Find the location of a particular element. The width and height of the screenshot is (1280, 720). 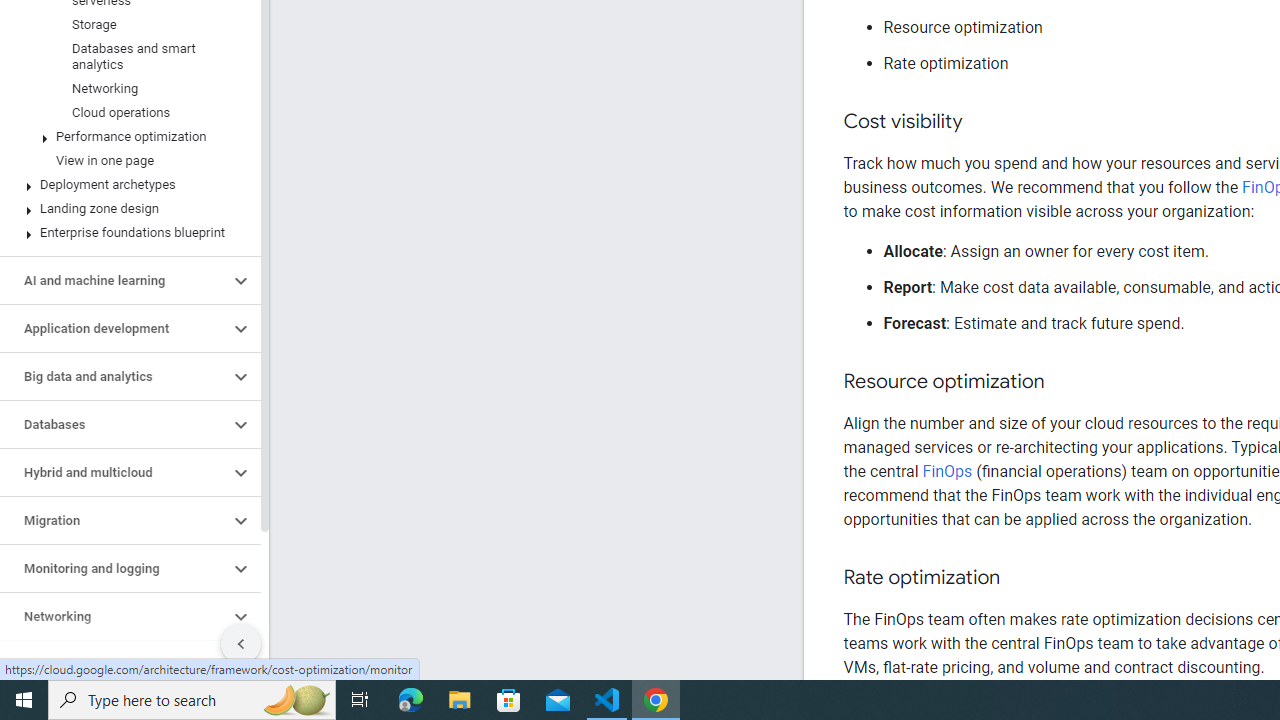

'Landing zone design' is located at coordinates (125, 209).